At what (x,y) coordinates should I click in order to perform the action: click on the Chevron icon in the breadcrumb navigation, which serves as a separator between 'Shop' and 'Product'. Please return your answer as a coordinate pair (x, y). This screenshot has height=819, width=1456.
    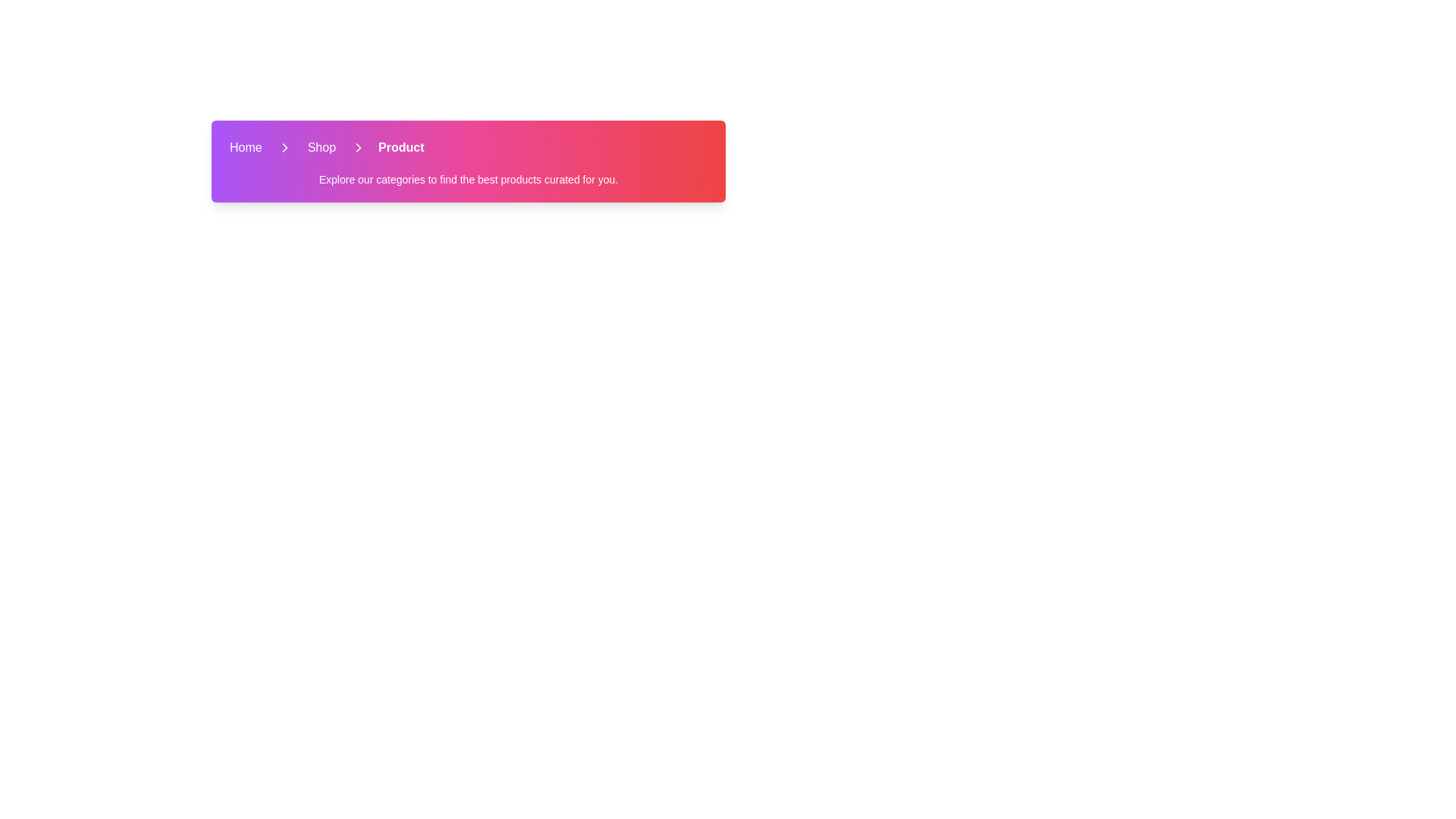
    Looking at the image, I should click on (358, 148).